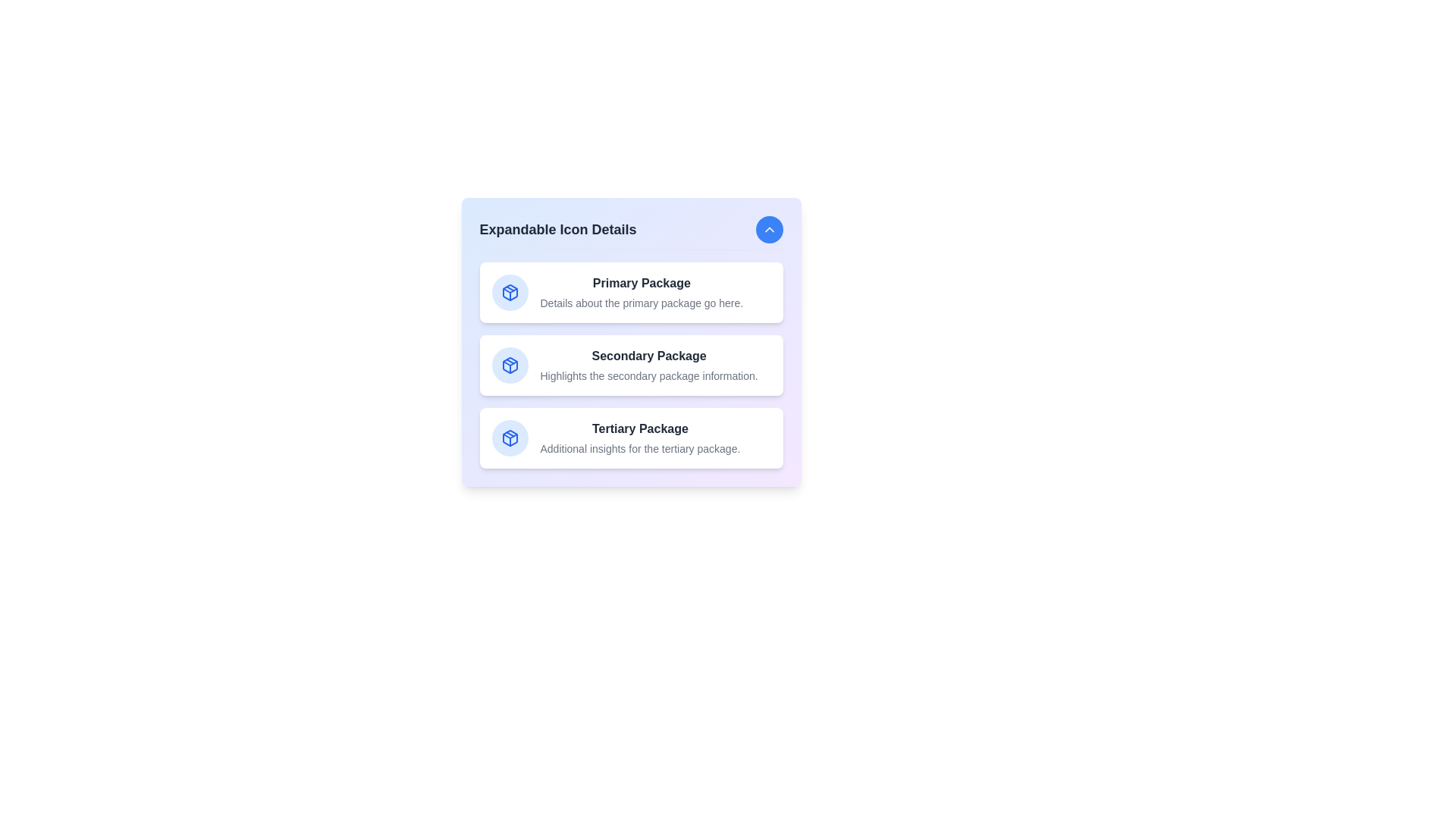 The height and width of the screenshot is (819, 1456). I want to click on the text label 'Tertiary Package', which is styled in bold font and dark gray color, located within the 'Expandable Icon Details' section under 'Secondary Package', so click(640, 429).